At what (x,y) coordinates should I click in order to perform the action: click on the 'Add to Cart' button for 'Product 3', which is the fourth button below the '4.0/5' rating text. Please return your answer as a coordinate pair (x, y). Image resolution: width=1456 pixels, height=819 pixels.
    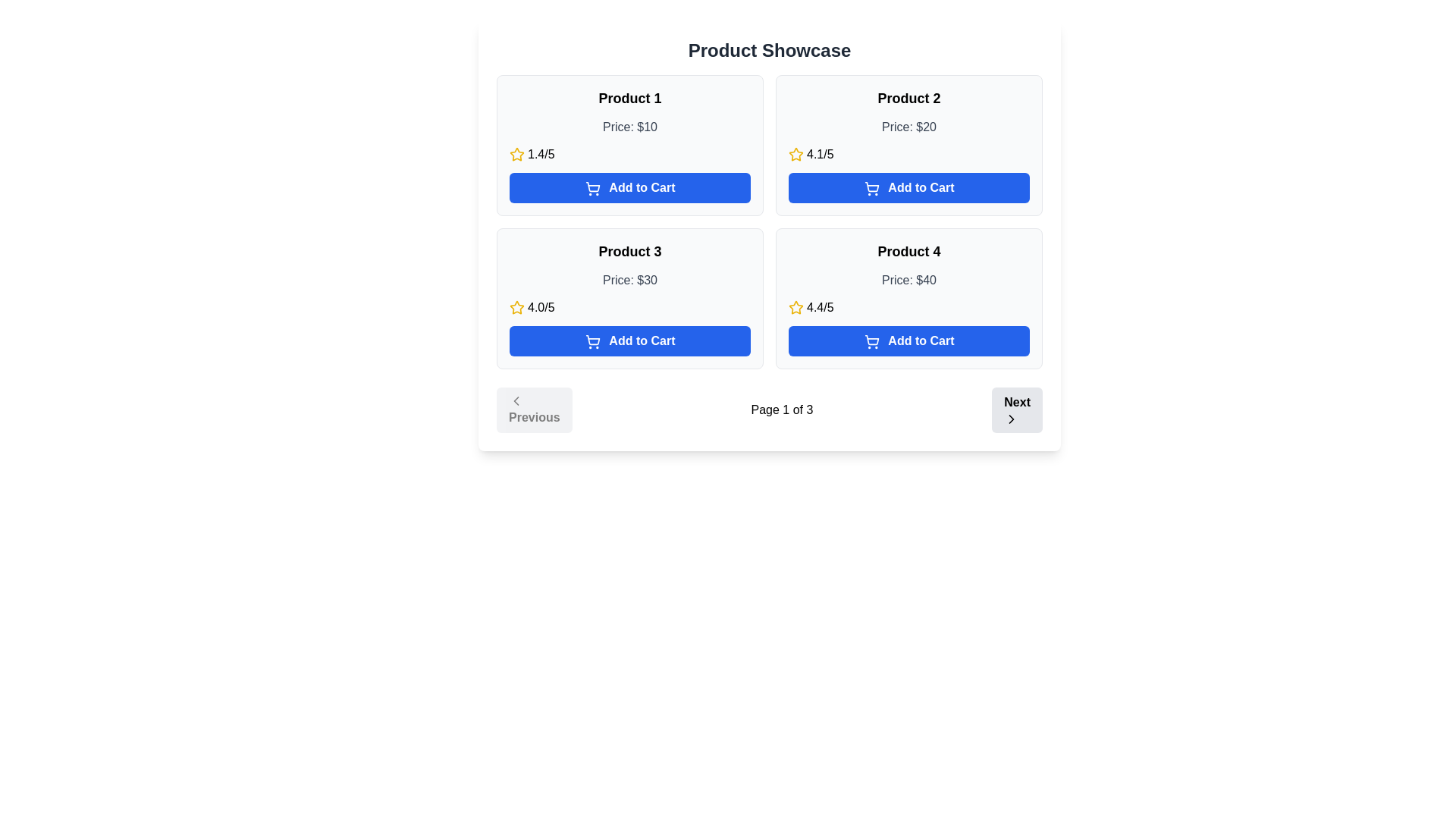
    Looking at the image, I should click on (629, 341).